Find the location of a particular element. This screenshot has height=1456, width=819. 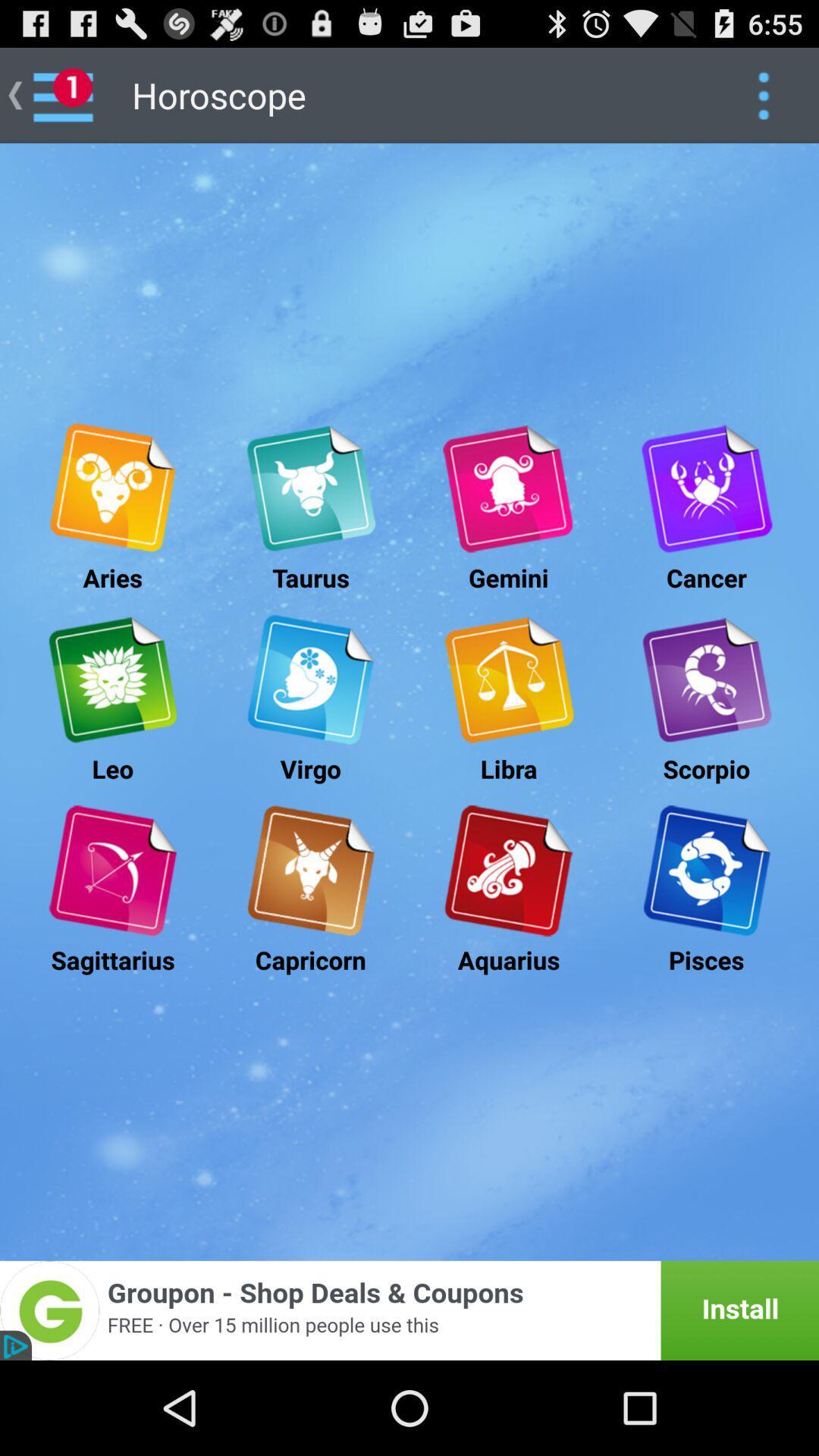

the cancer zodiac details is located at coordinates (706, 488).